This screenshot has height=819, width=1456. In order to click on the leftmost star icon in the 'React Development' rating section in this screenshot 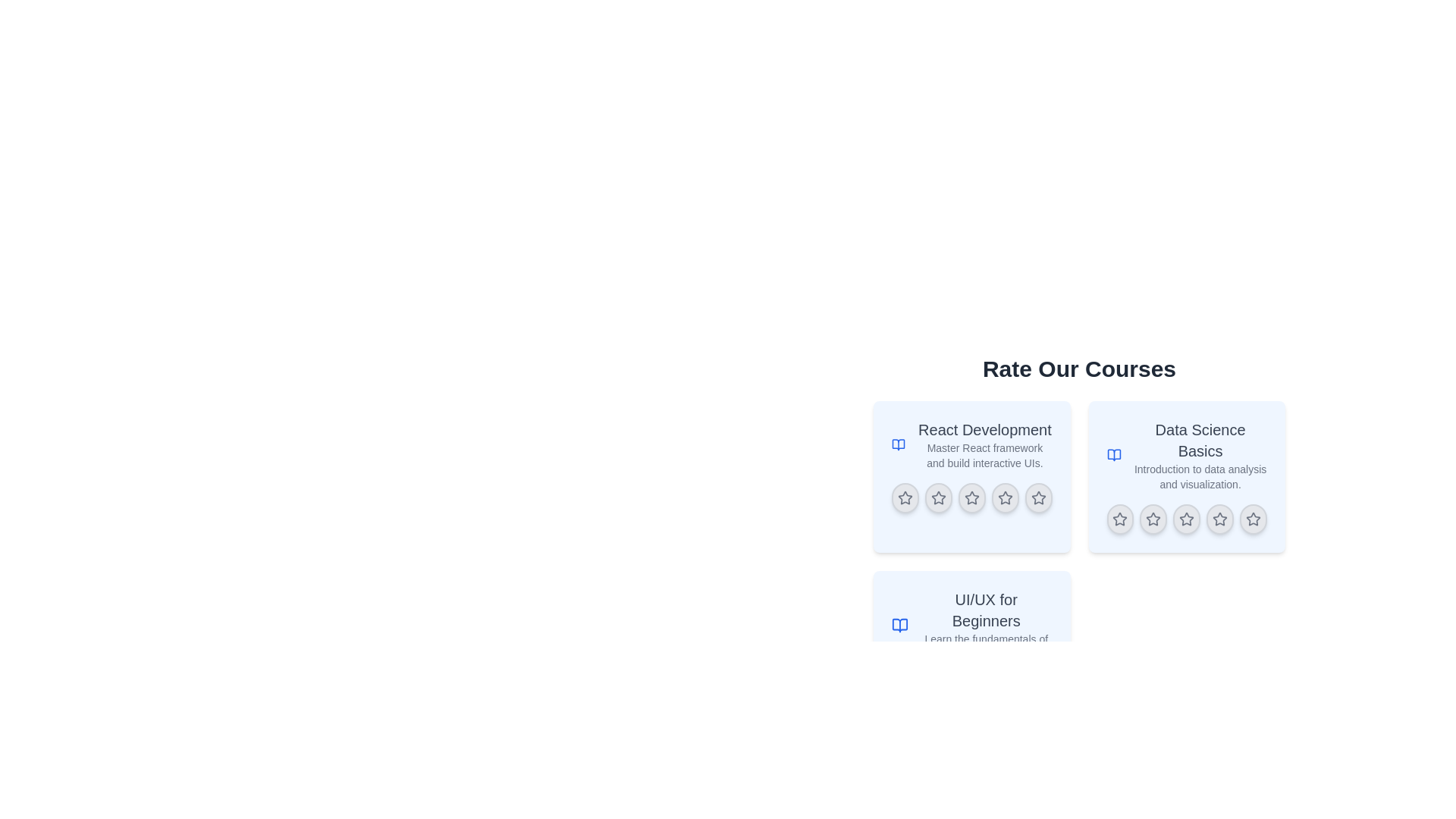, I will do `click(905, 497)`.